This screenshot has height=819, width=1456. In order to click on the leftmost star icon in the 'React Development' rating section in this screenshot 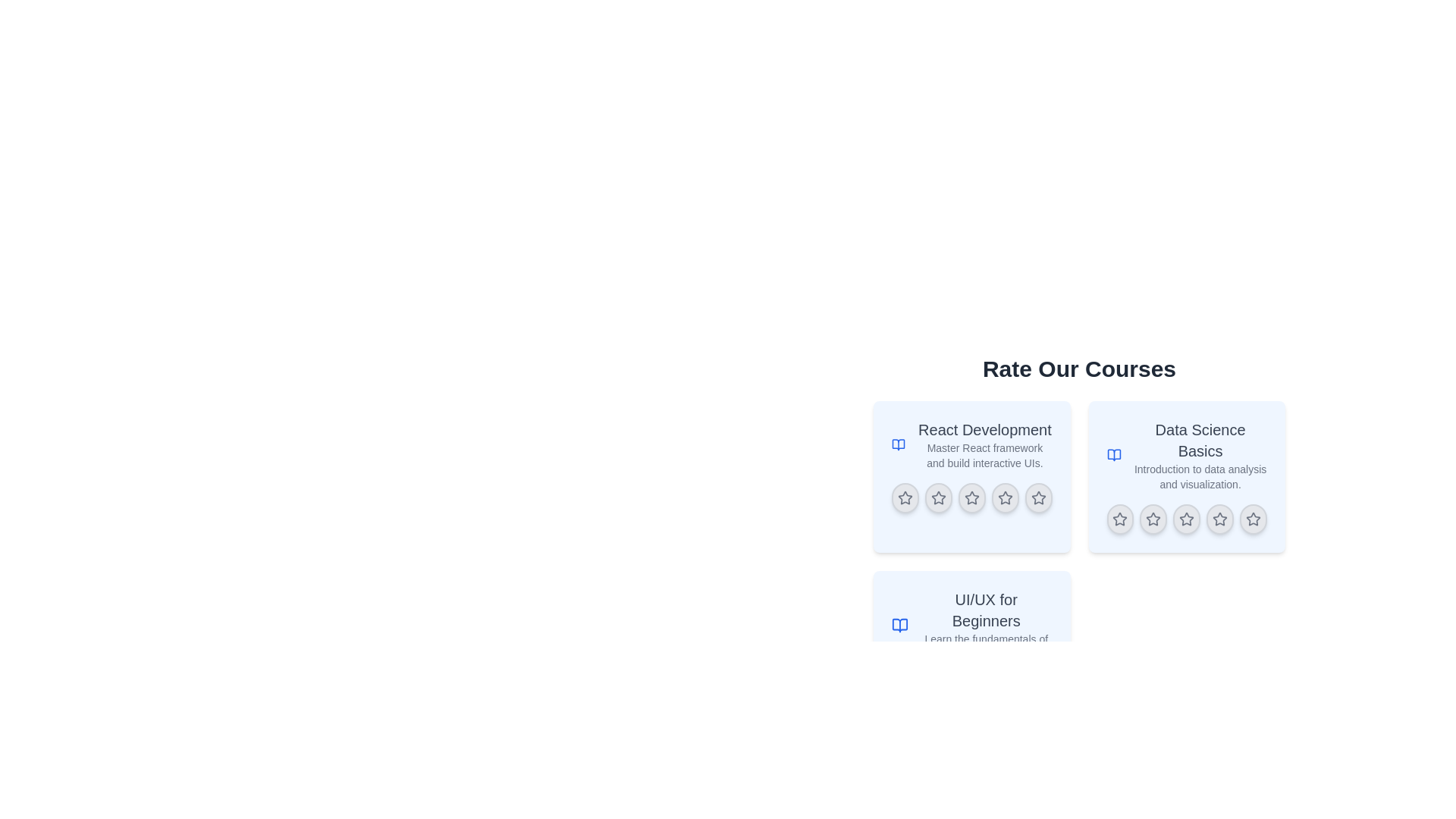, I will do `click(905, 497)`.